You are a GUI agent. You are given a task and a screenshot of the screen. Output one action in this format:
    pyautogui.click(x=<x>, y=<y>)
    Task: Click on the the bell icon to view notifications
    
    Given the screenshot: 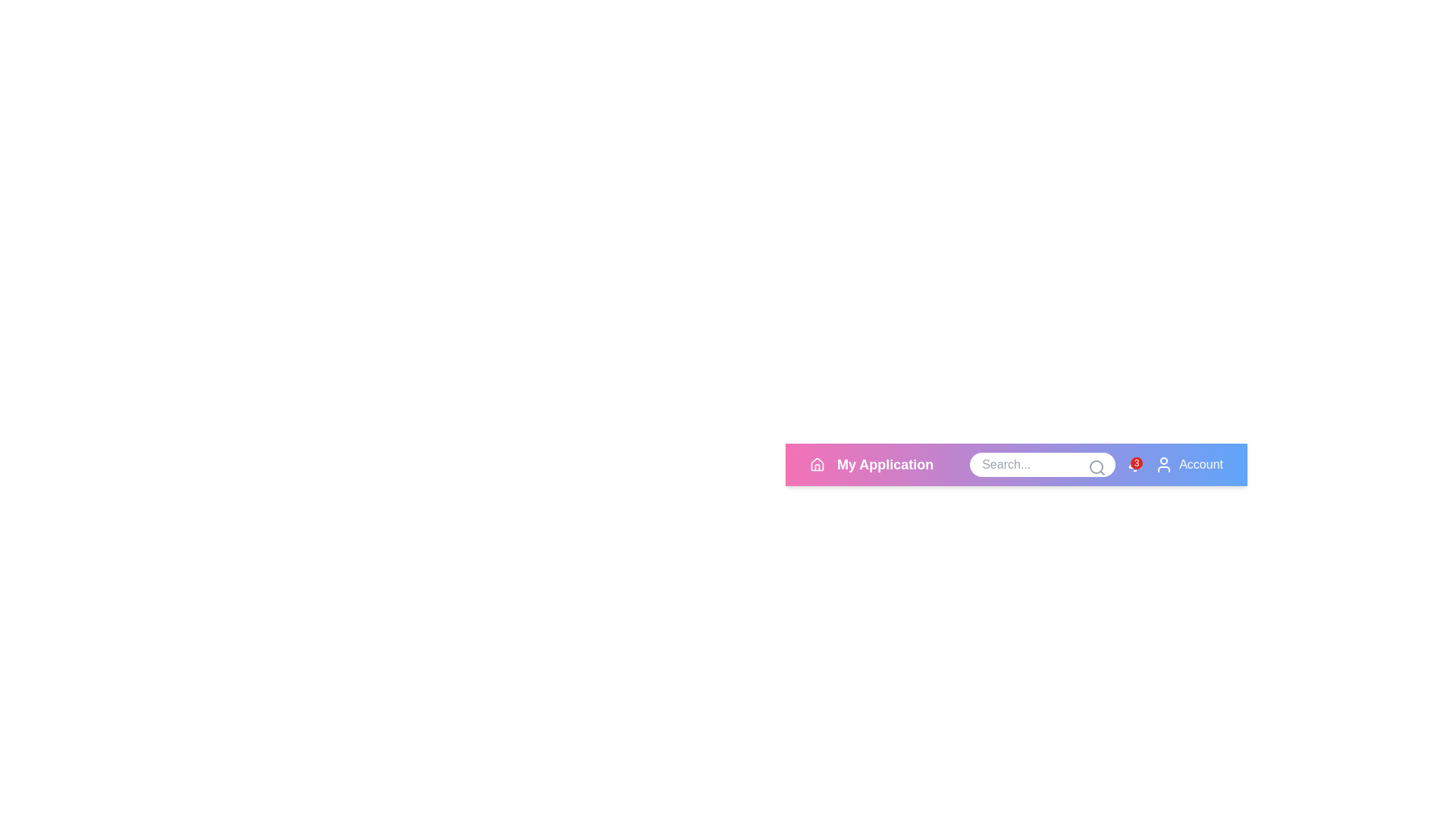 What is the action you would take?
    pyautogui.click(x=1135, y=464)
    